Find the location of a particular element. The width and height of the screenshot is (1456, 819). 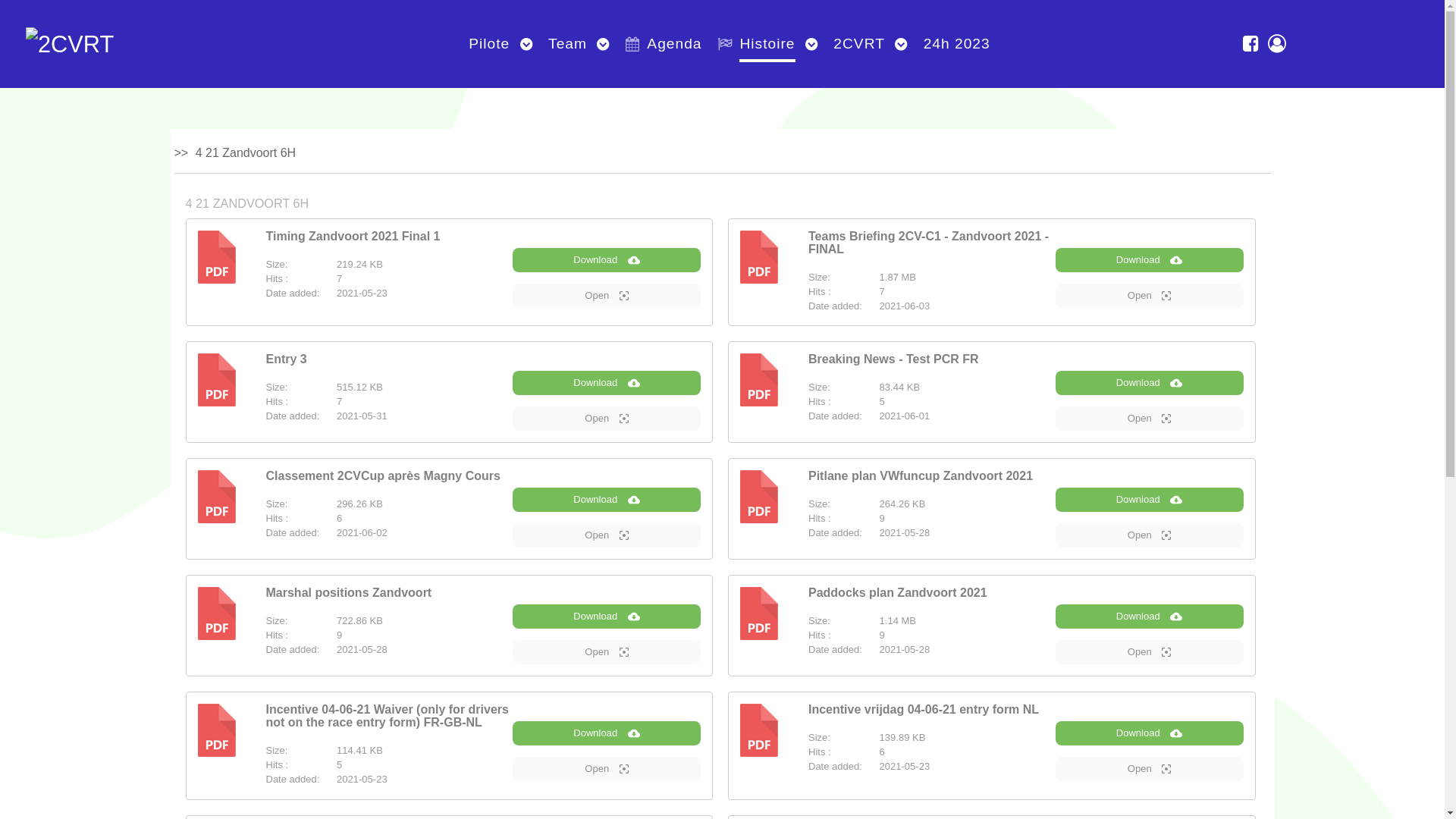

'Download' is located at coordinates (607, 733).